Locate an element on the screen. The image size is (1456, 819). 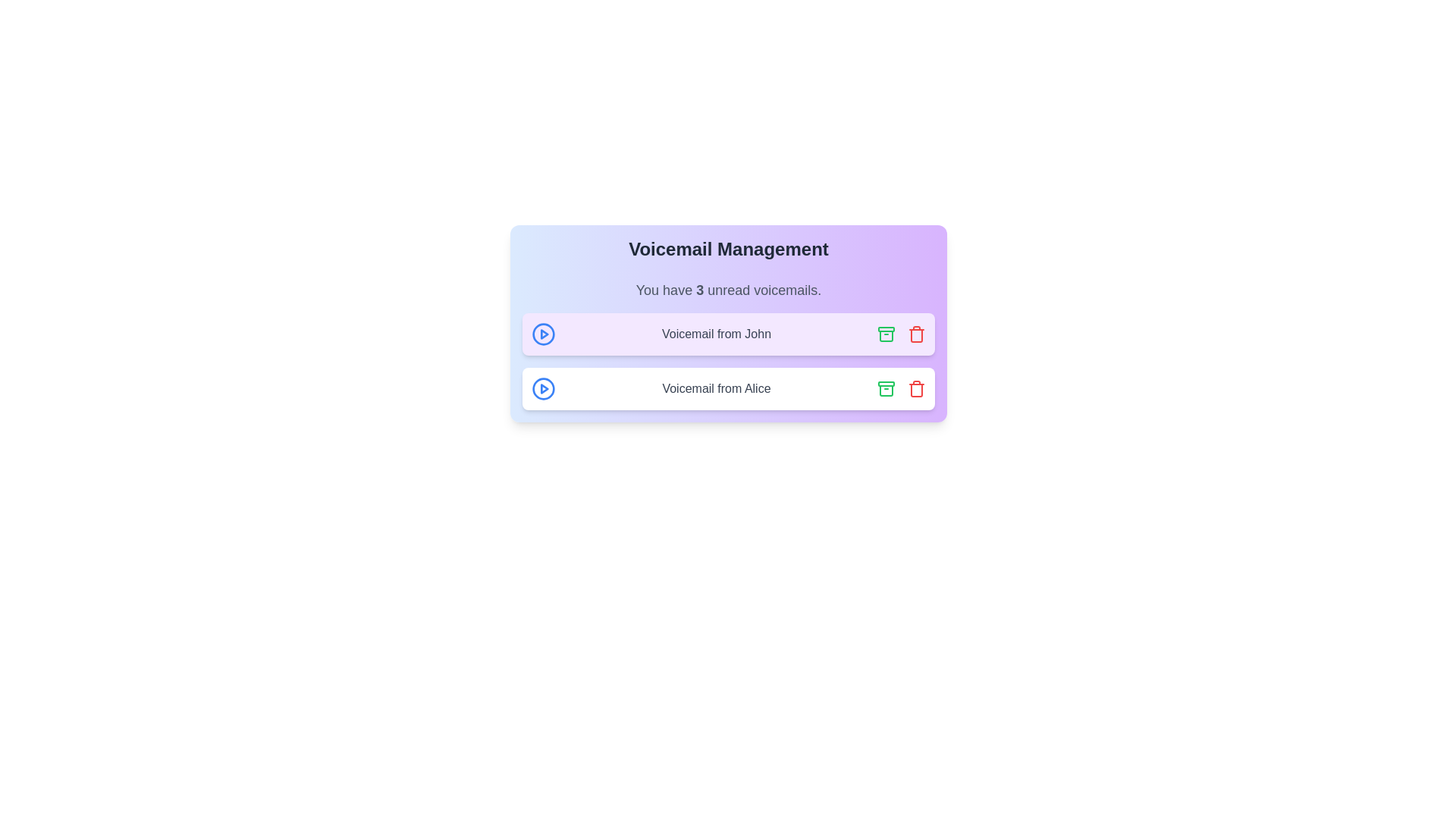
the play button for the voicemail entry labeled 'Voicemail from John' is located at coordinates (544, 388).